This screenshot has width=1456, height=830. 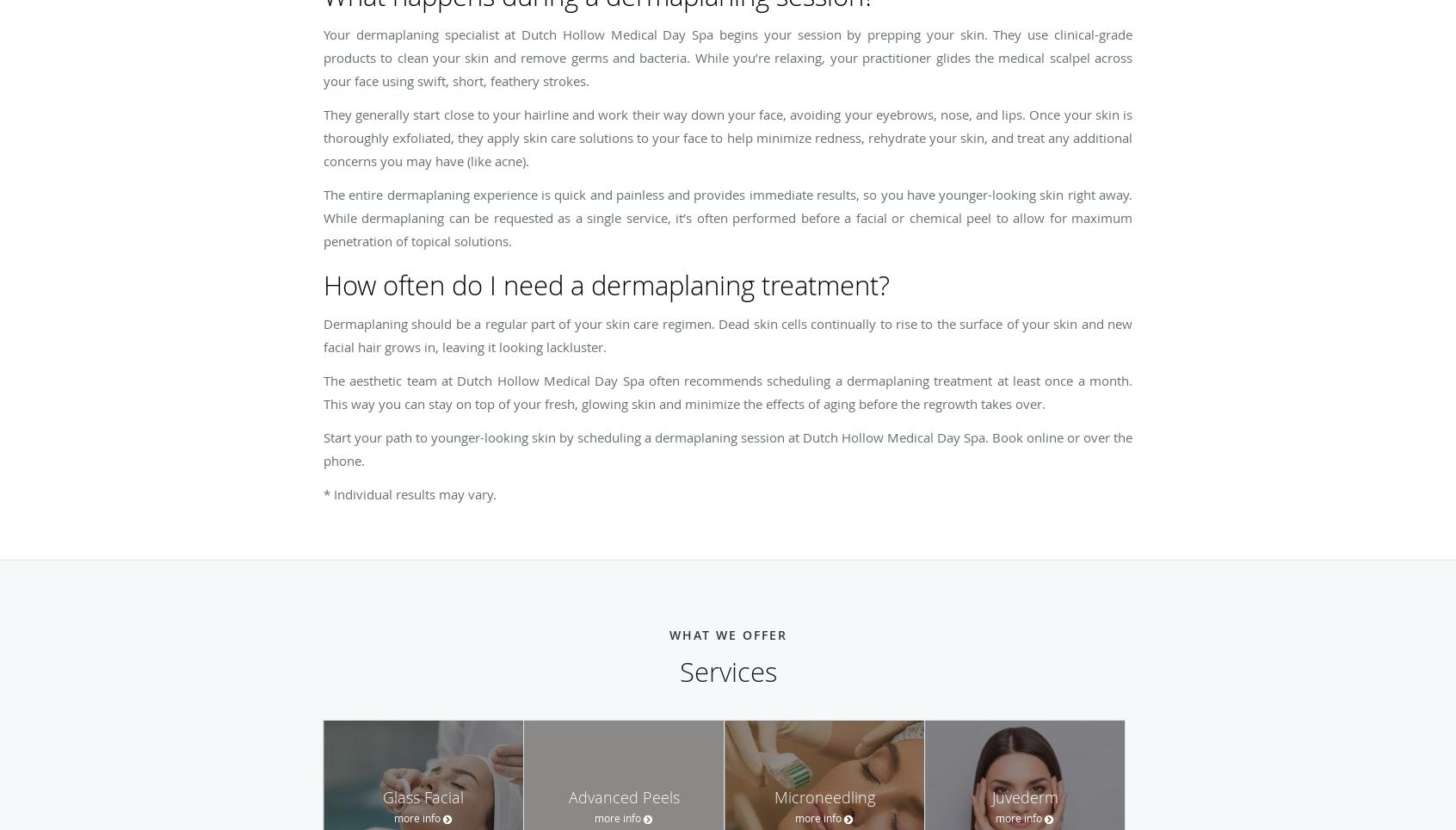 I want to click on 'Advanced Peels', so click(x=568, y=797).